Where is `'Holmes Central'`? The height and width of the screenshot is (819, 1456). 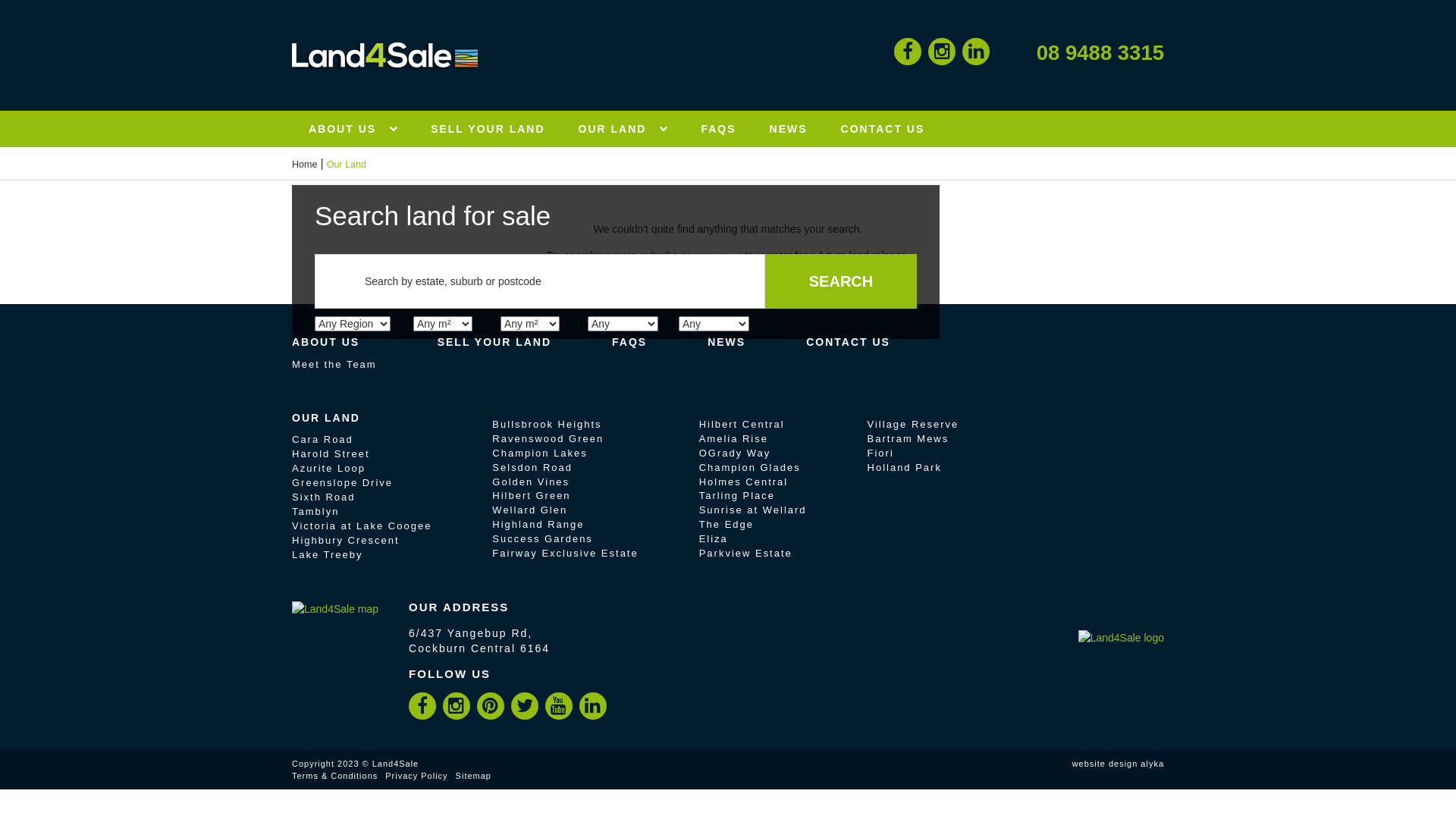 'Holmes Central' is located at coordinates (743, 482).